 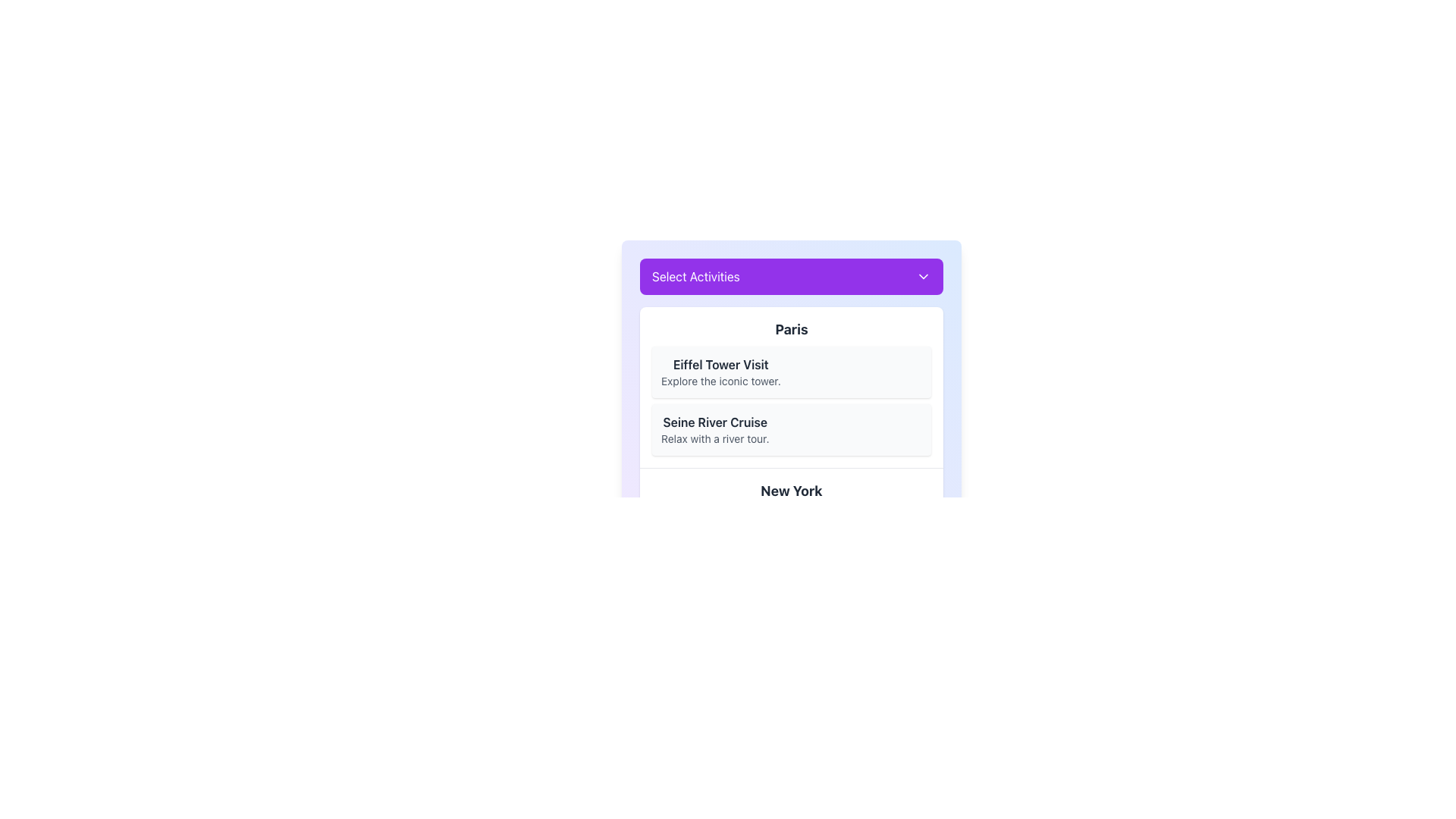 I want to click on the top entry of the list item with dual-line text related to visiting the Eiffel Tower in the 'Paris' subsection to trigger visual feedback, so click(x=720, y=372).